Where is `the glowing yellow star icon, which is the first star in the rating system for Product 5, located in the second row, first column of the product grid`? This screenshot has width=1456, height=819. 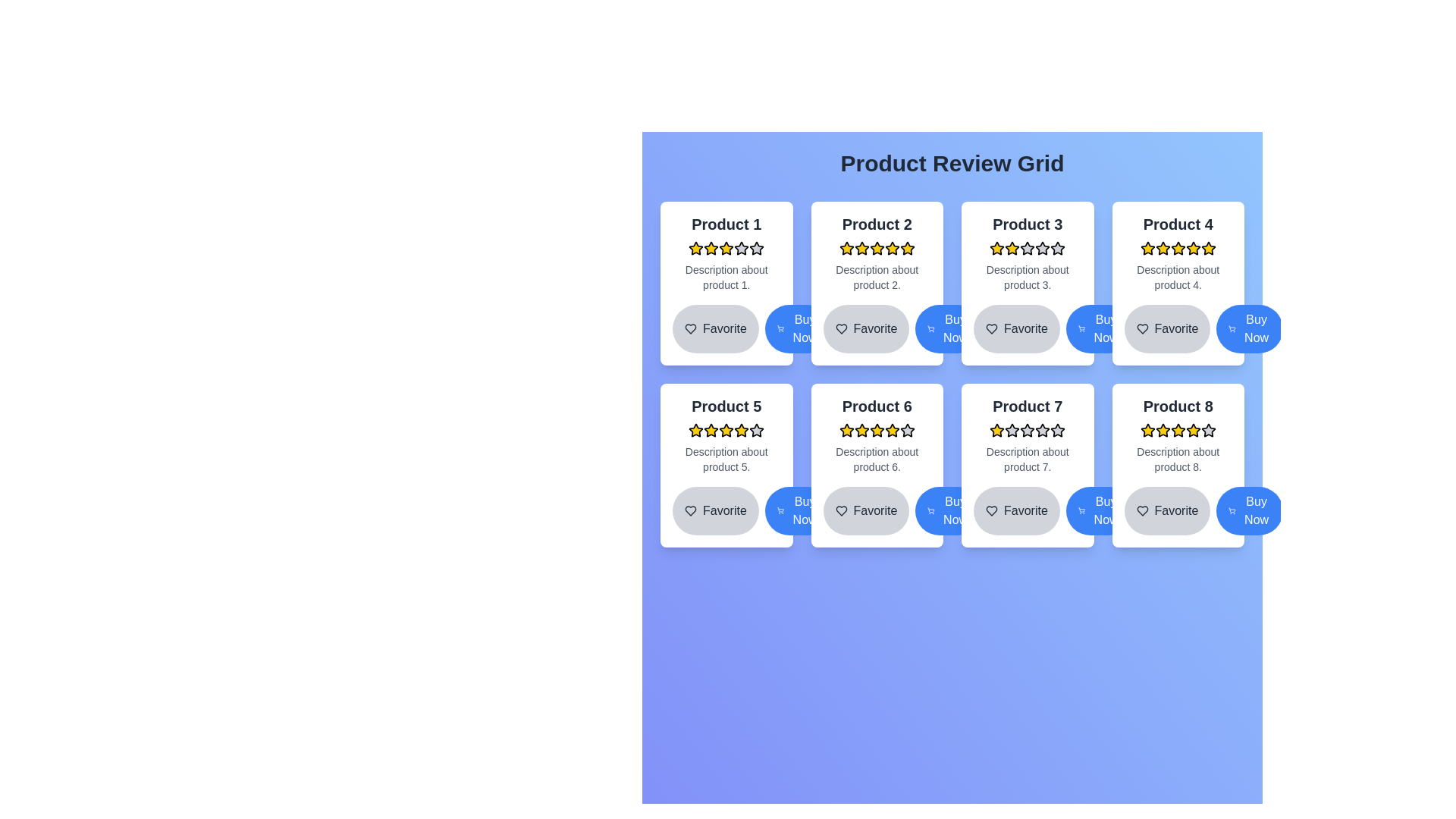
the glowing yellow star icon, which is the first star in the rating system for Product 5, located in the second row, first column of the product grid is located at coordinates (695, 430).